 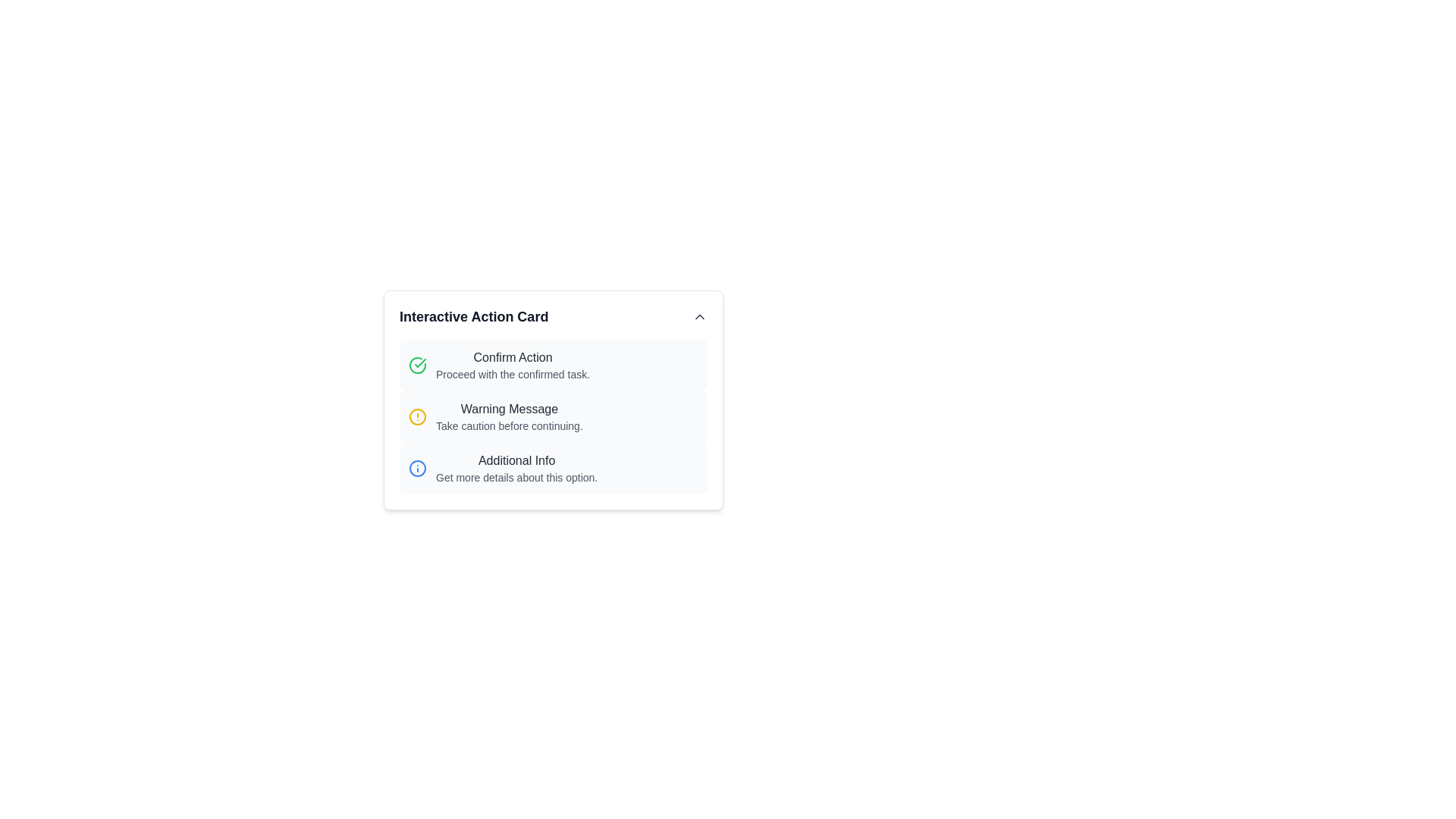 I want to click on the green circular icon with a checkmark symbol that is positioned to the left of the 'Confirm Action' text, so click(x=418, y=366).